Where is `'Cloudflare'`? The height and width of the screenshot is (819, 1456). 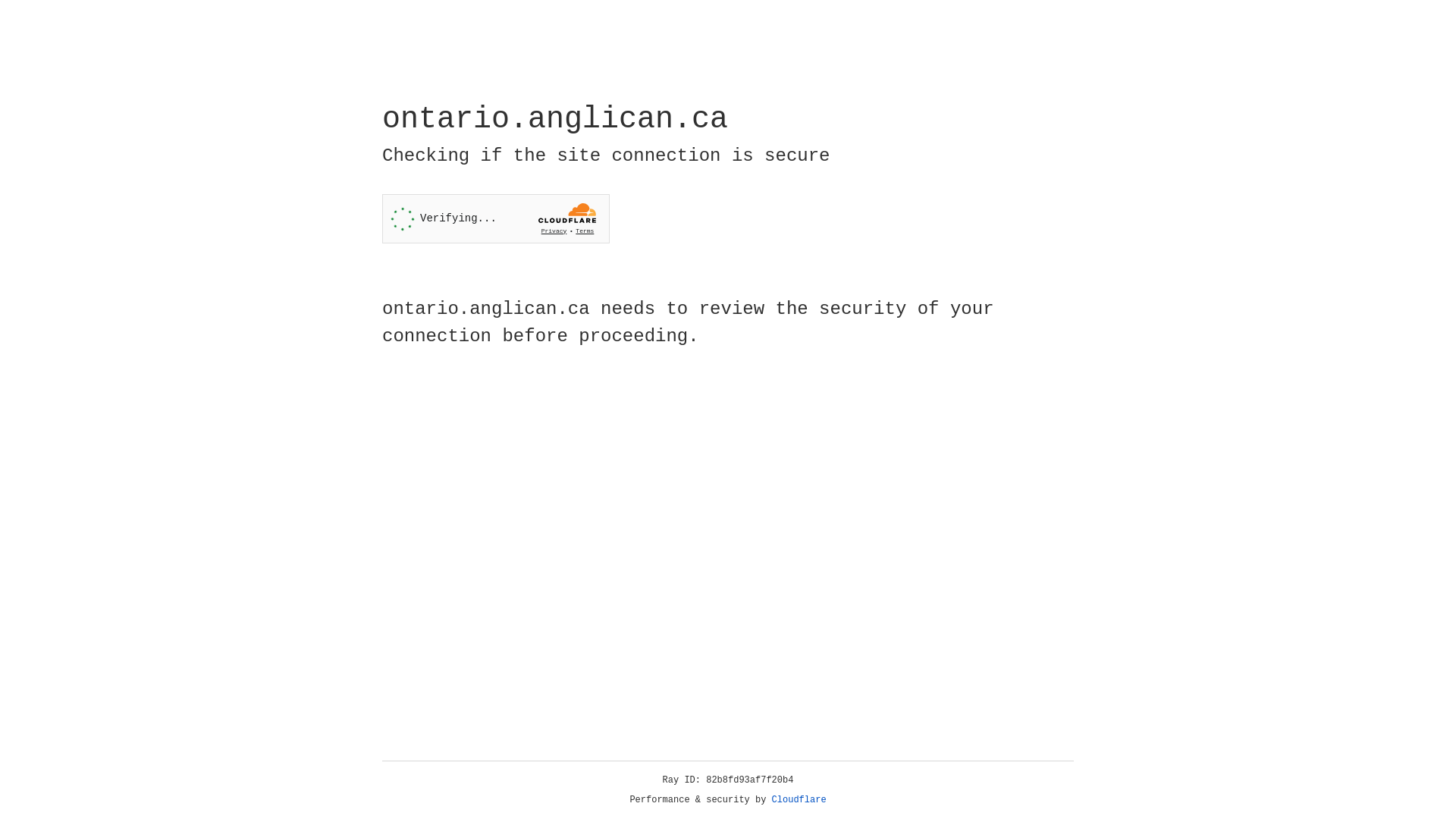 'Cloudflare' is located at coordinates (799, 799).